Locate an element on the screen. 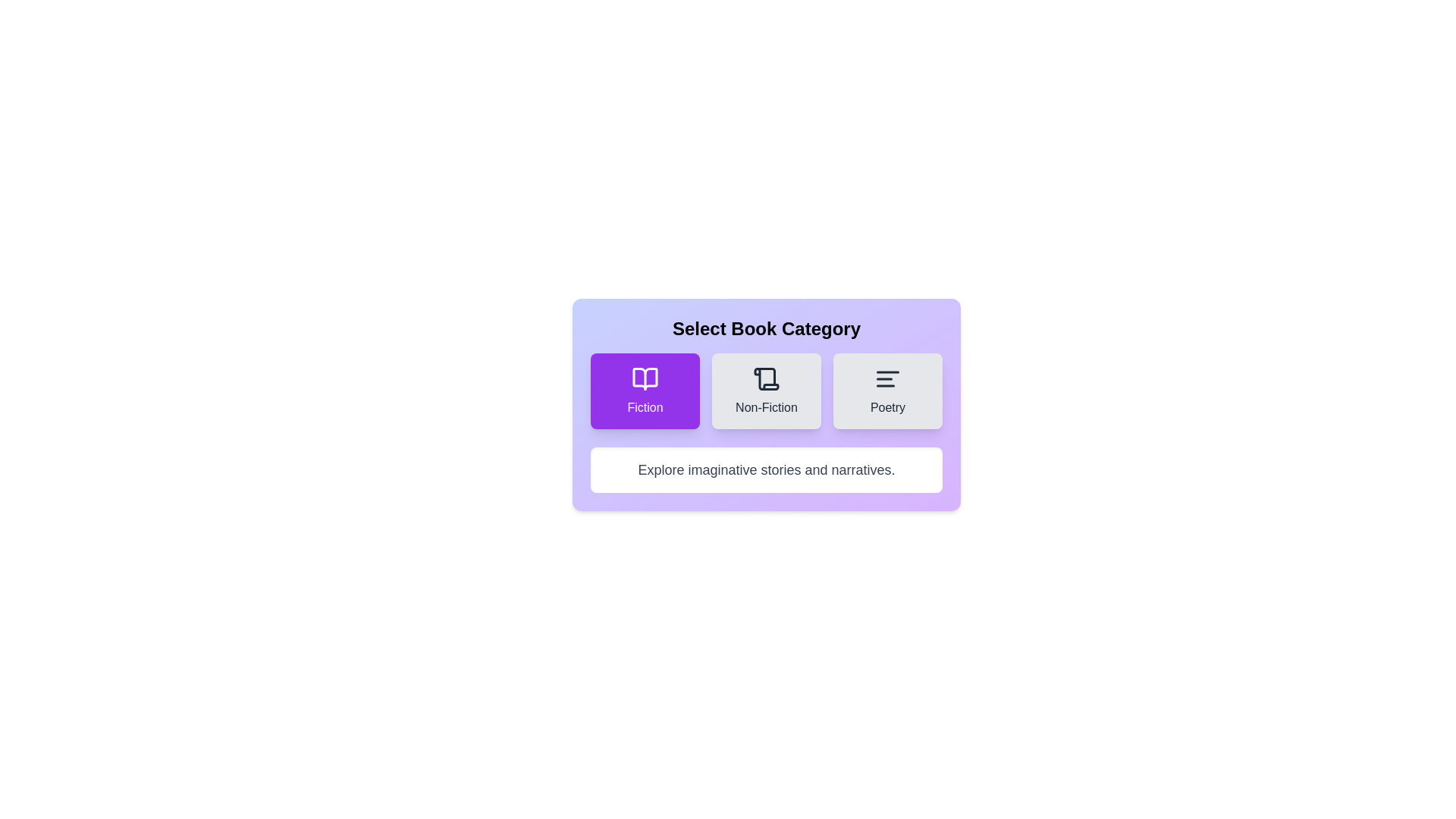  the Non-Fiction button to observe the hover effect is located at coordinates (767, 391).